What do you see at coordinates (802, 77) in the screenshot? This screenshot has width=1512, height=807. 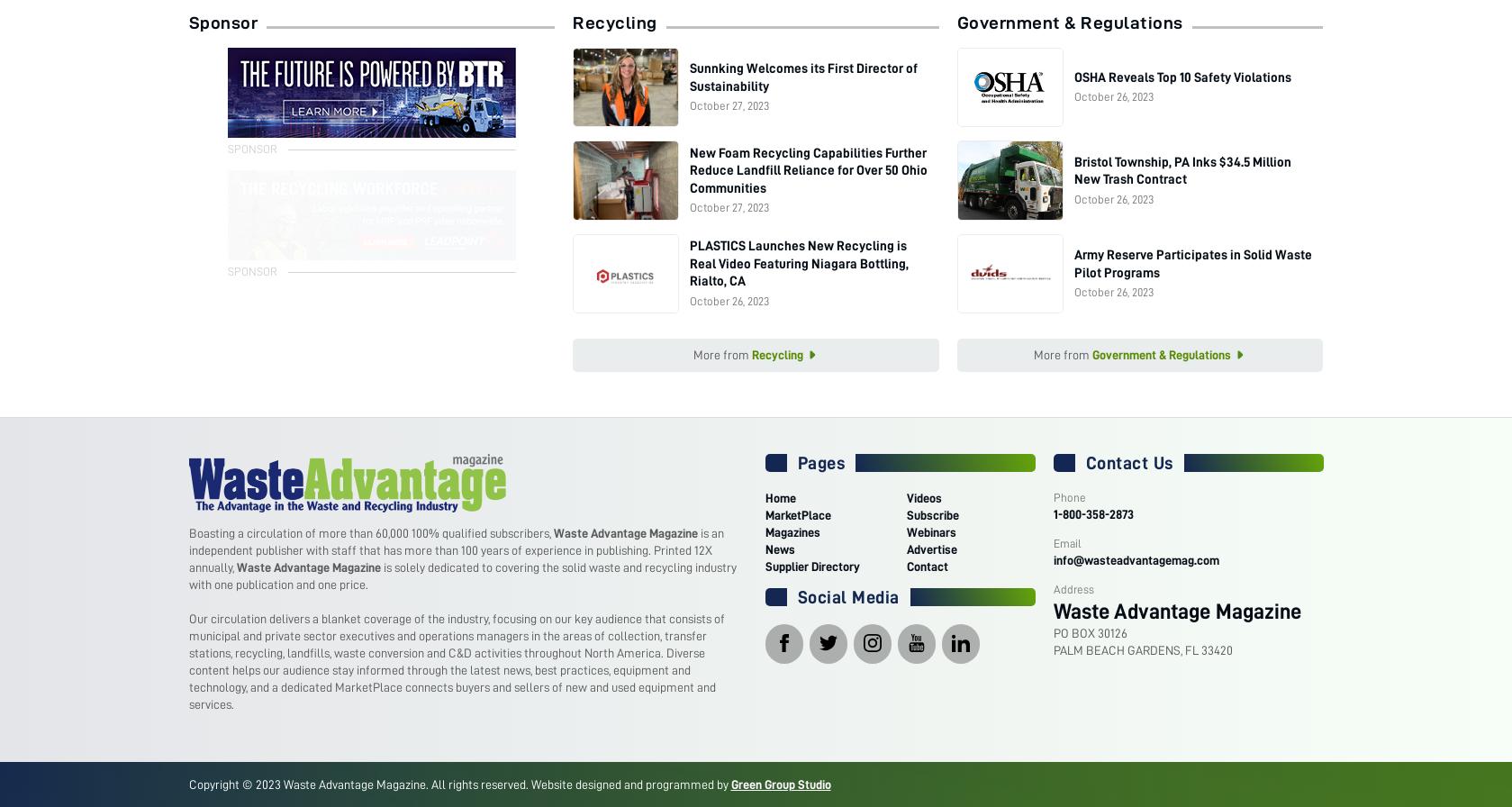 I see `'Sunnking Welcomes its First Director of Sustainability'` at bounding box center [802, 77].